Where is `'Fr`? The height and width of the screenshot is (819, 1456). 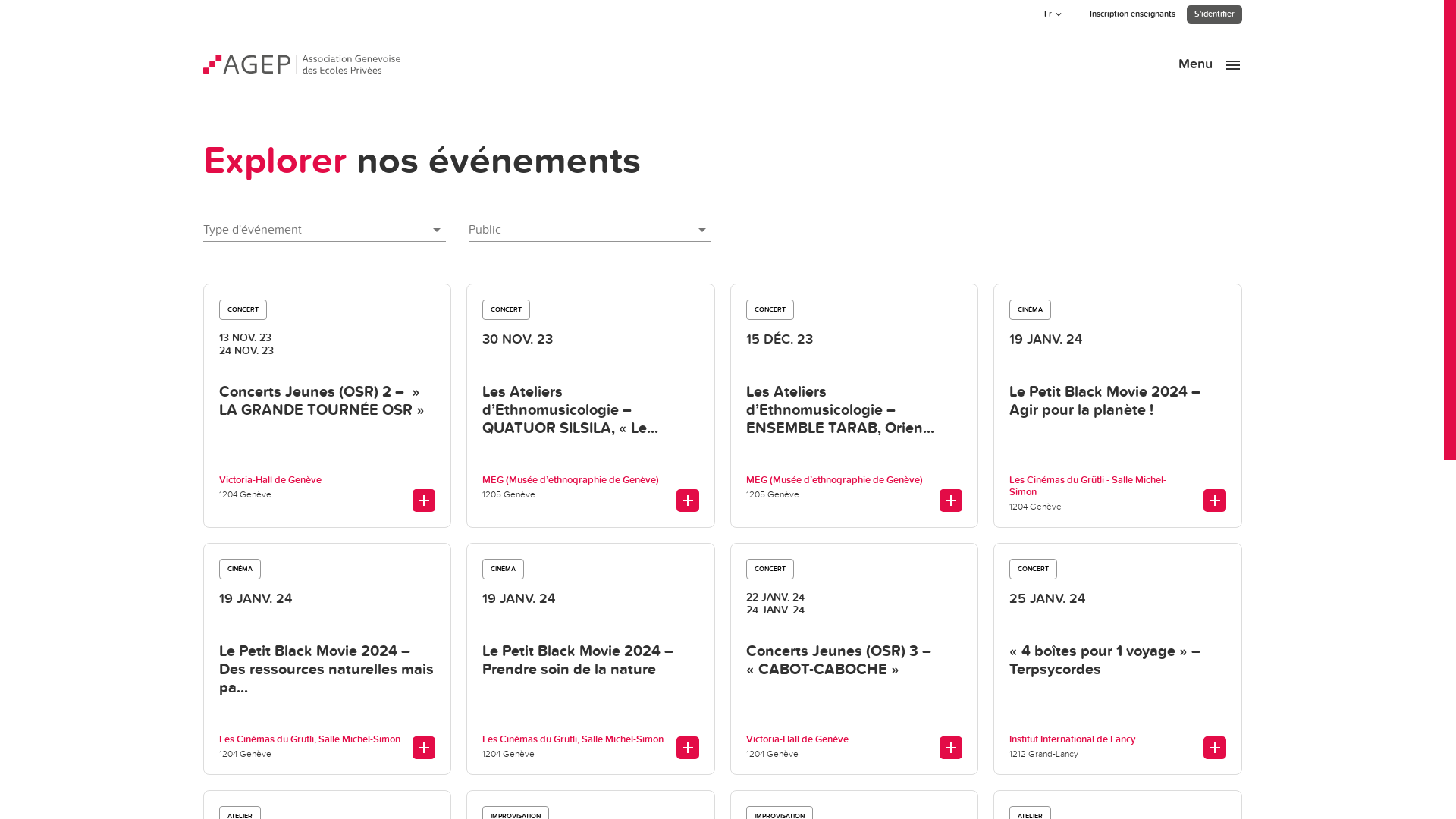
'Fr is located at coordinates (1053, 14).